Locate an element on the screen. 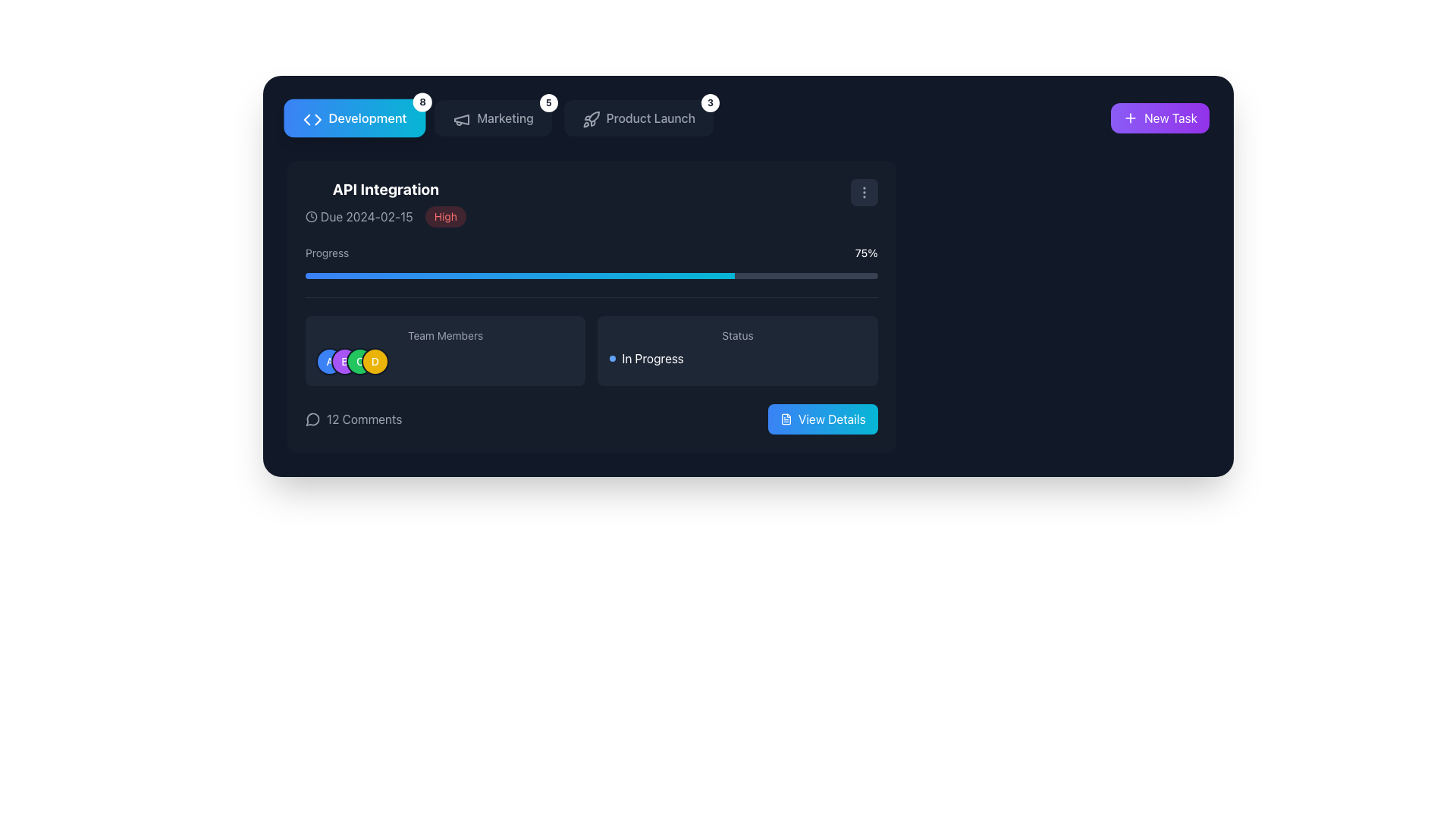 This screenshot has width=1456, height=819. the vertical ellipsis icon located at the top-right corner of the task details card is located at coordinates (864, 192).